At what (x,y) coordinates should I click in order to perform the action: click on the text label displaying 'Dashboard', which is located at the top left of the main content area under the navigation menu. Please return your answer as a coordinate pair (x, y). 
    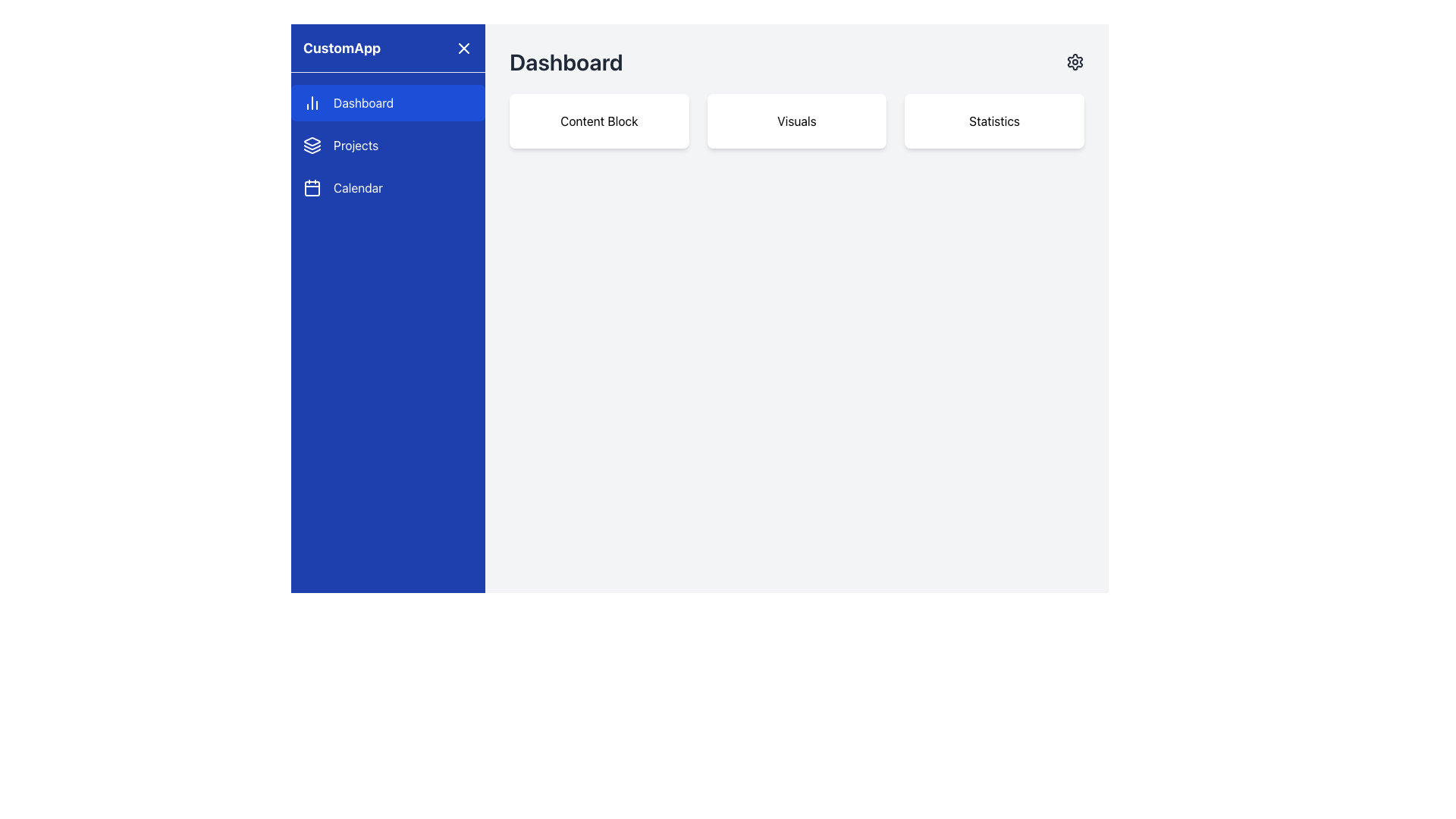
    Looking at the image, I should click on (565, 61).